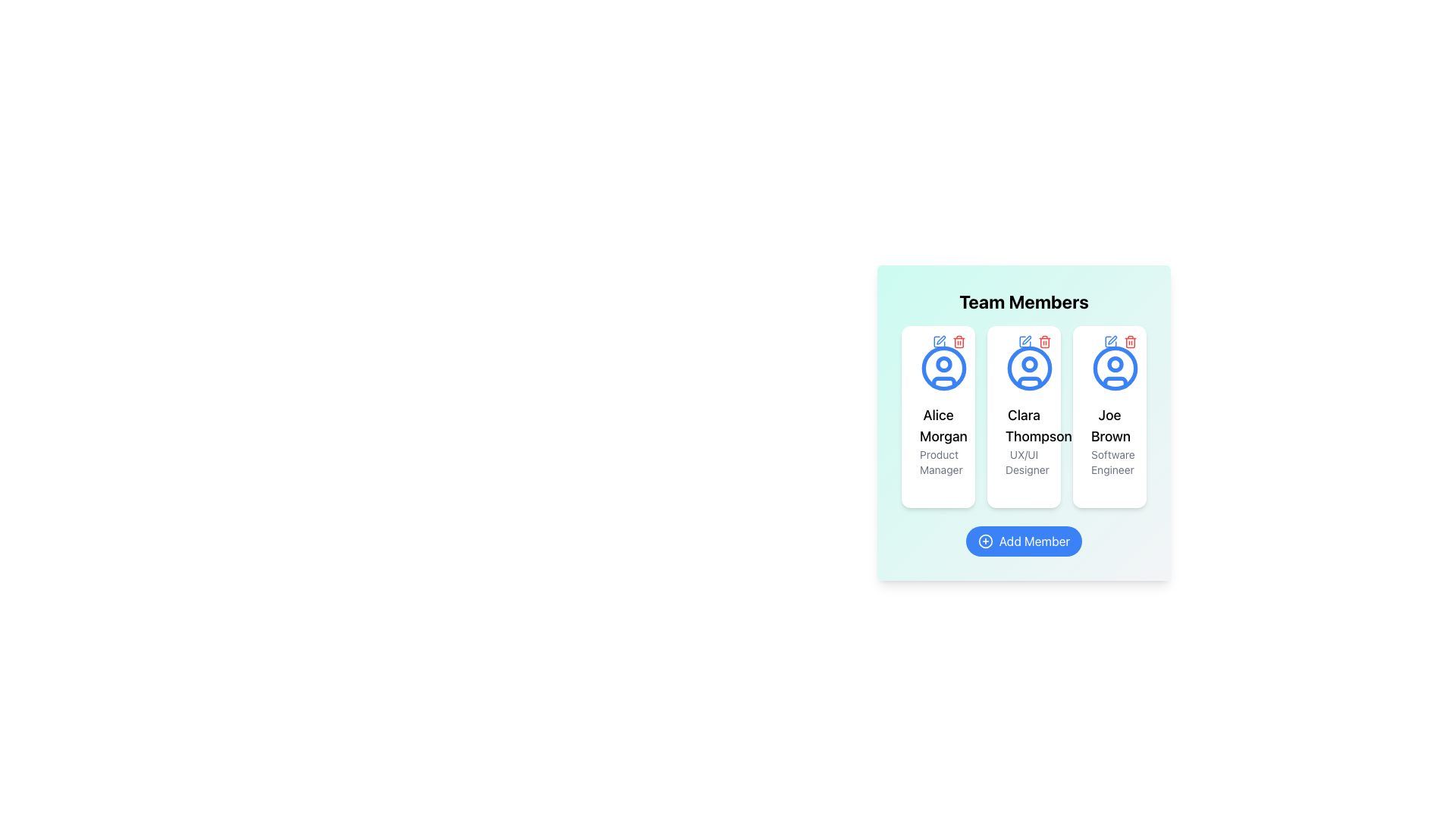 This screenshot has width=1456, height=819. I want to click on the pen-shaped SVG icon located in the upper-right corner of the second user card, so click(1027, 339).